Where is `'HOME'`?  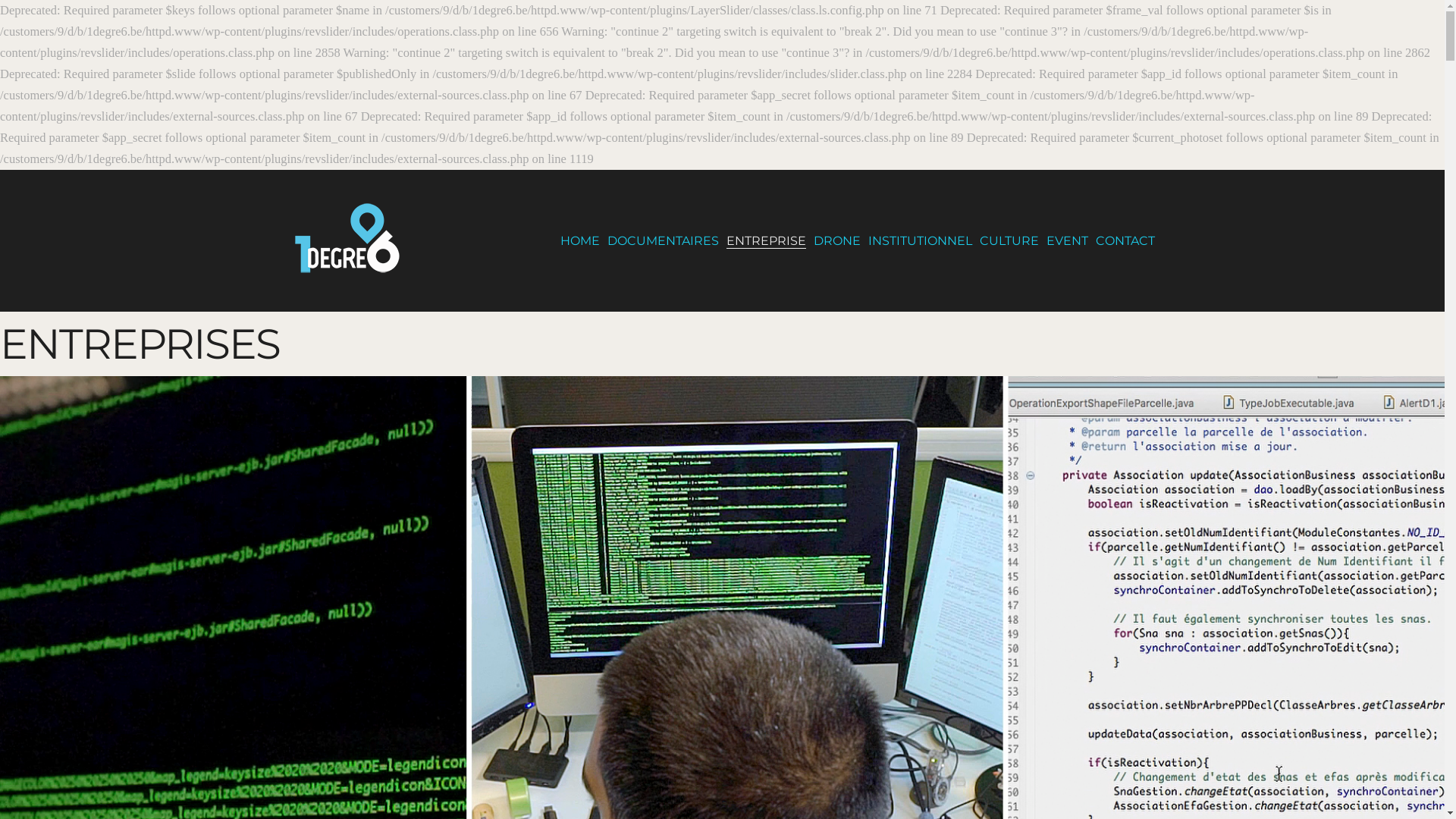
'HOME' is located at coordinates (578, 240).